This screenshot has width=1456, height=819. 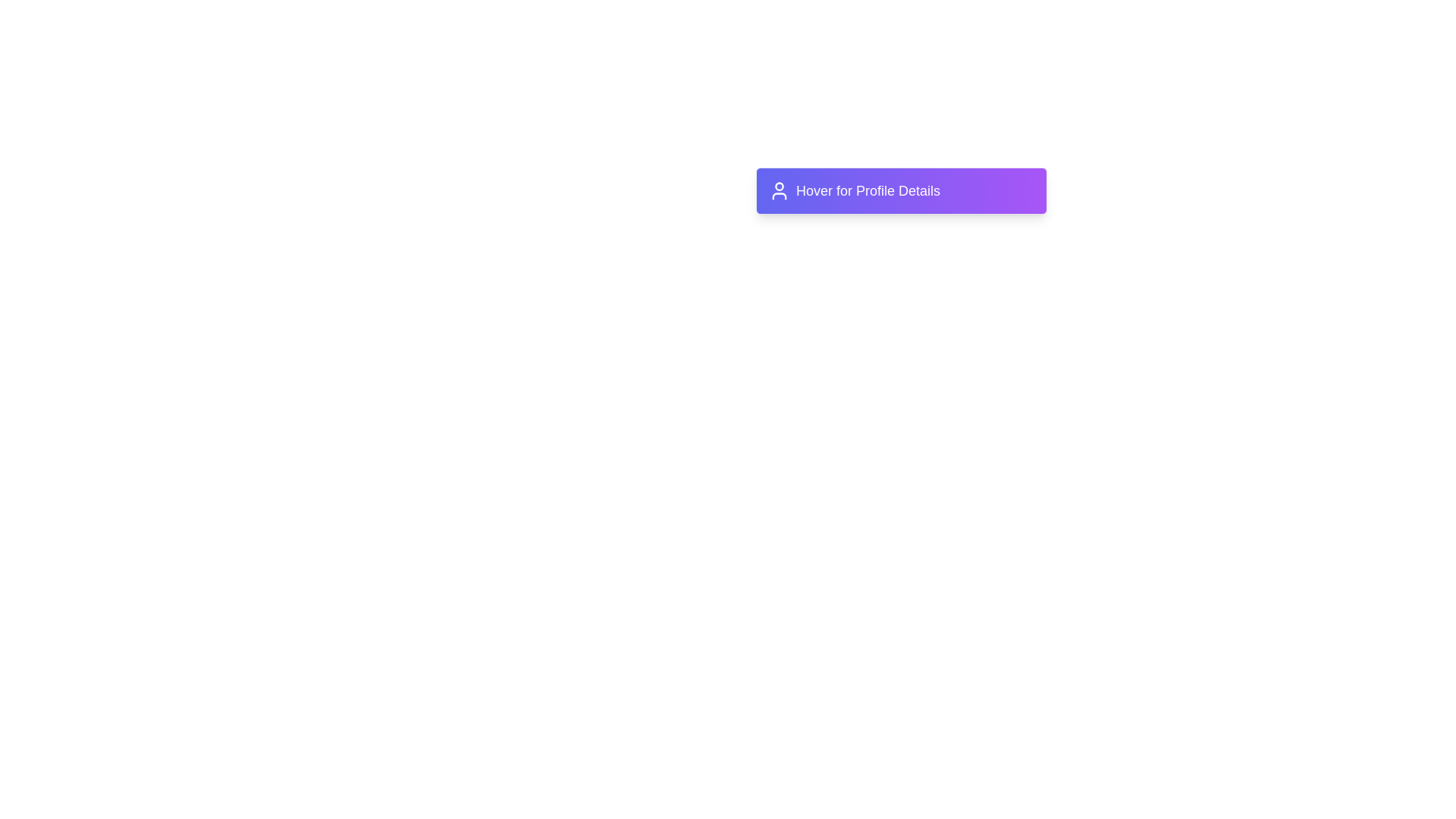 What do you see at coordinates (902, 190) in the screenshot?
I see `the interactive text element that displays 'Hover for Profile Details'` at bounding box center [902, 190].